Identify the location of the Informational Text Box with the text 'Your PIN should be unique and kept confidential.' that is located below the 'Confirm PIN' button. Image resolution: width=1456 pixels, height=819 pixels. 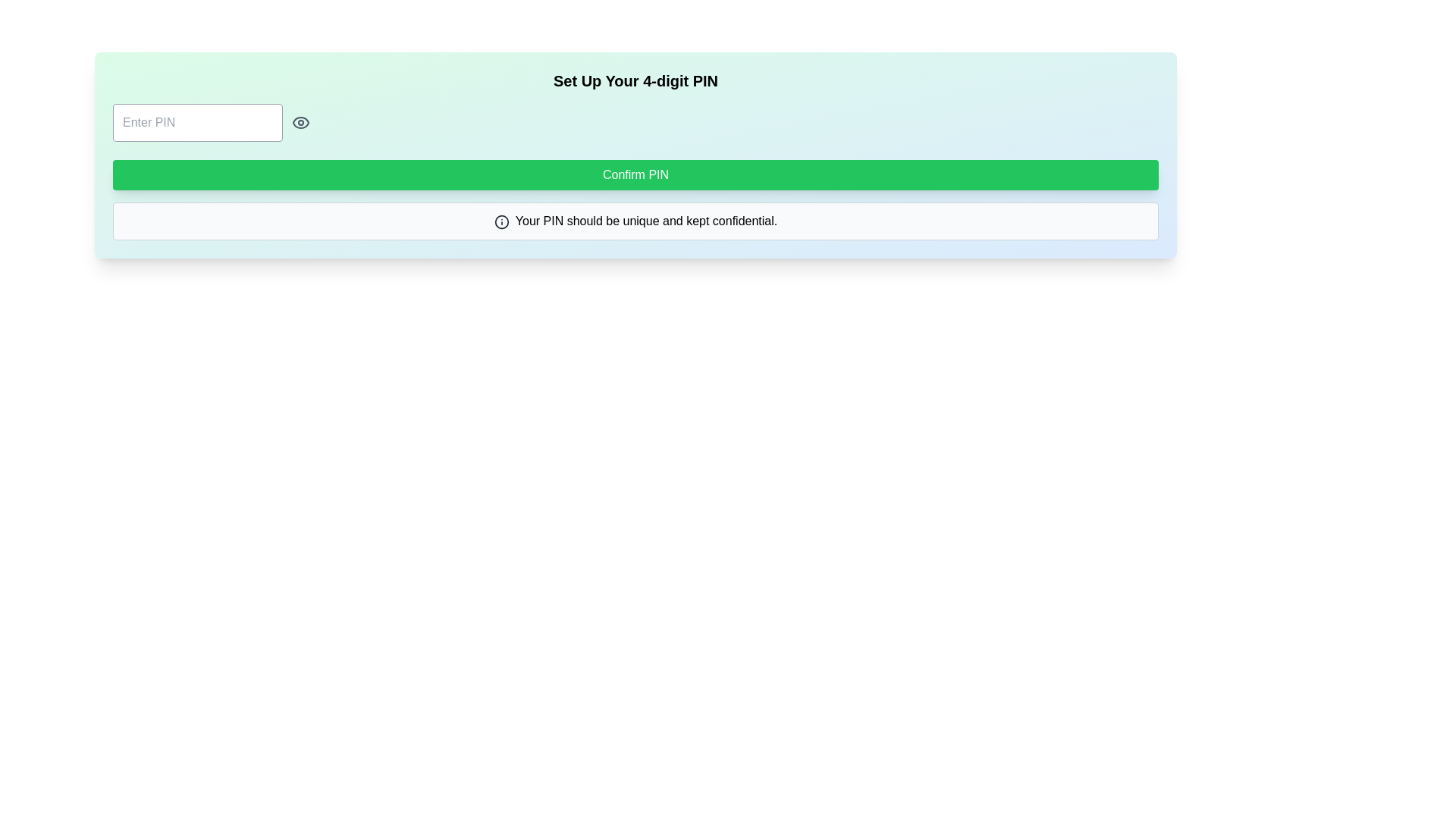
(635, 221).